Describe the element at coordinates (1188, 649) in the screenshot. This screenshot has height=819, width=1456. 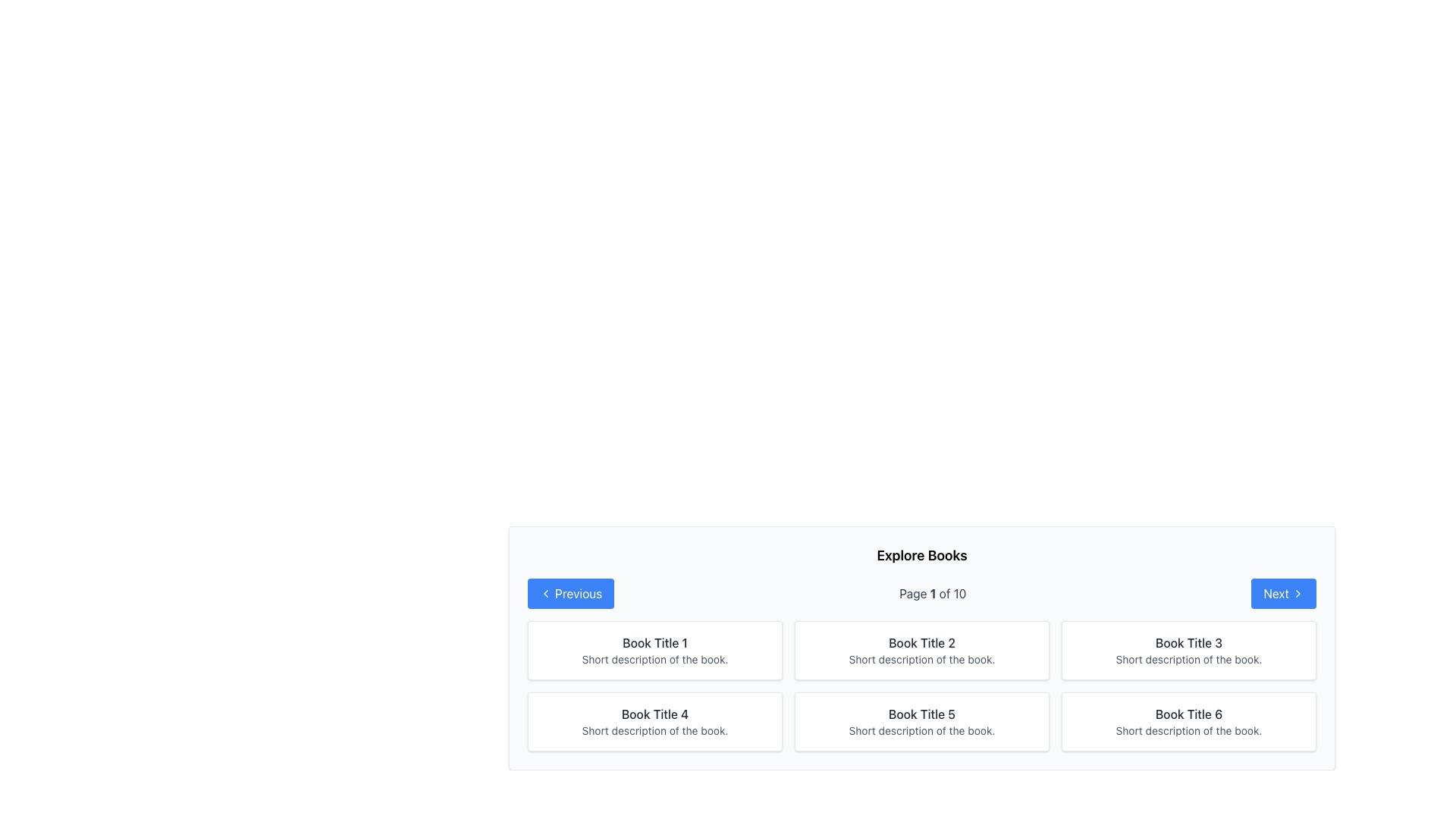
I see `the third Informational Card in the grid layout of books` at that location.